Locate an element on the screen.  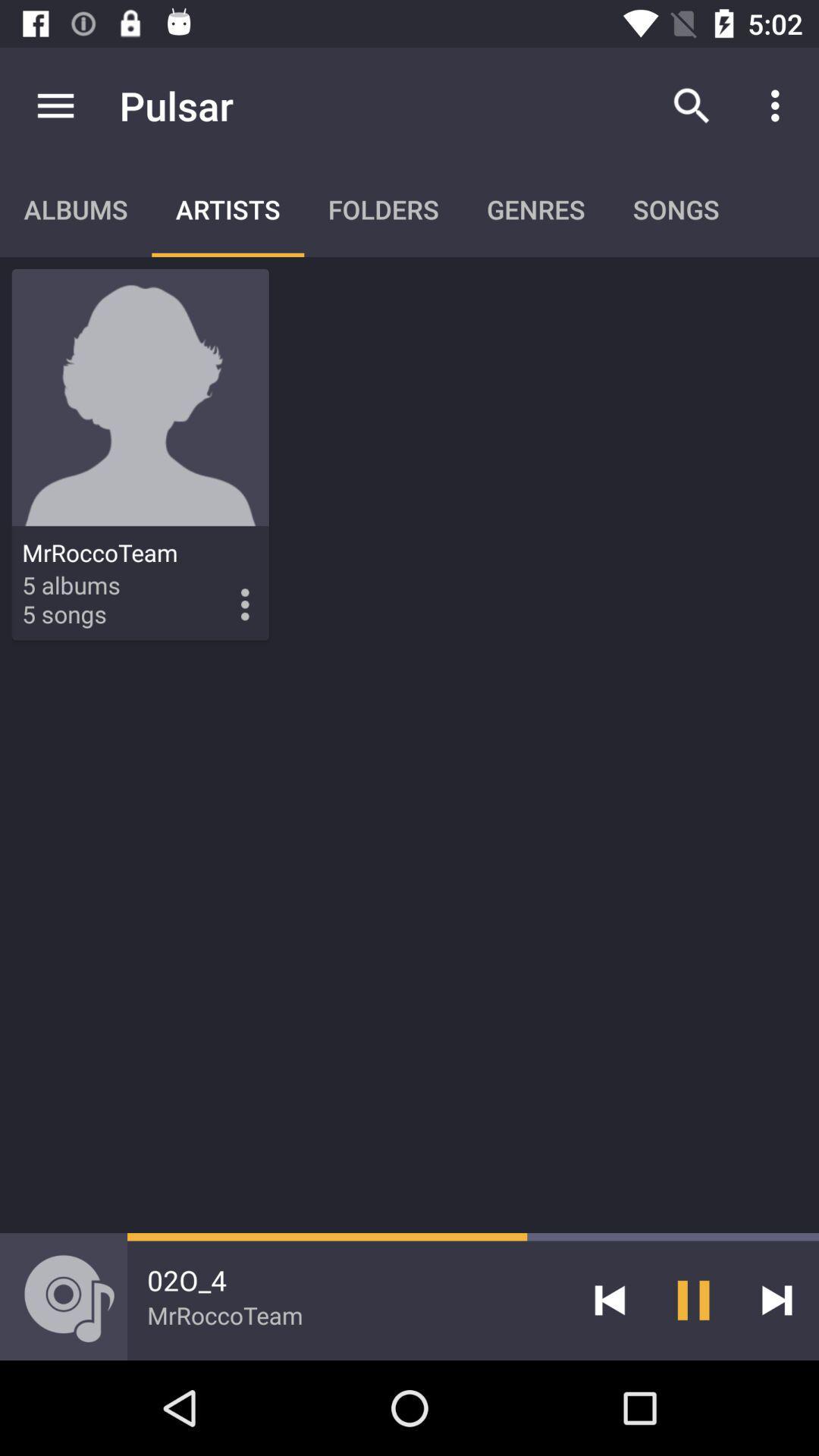
the app to the right of the pulsar is located at coordinates (691, 105).